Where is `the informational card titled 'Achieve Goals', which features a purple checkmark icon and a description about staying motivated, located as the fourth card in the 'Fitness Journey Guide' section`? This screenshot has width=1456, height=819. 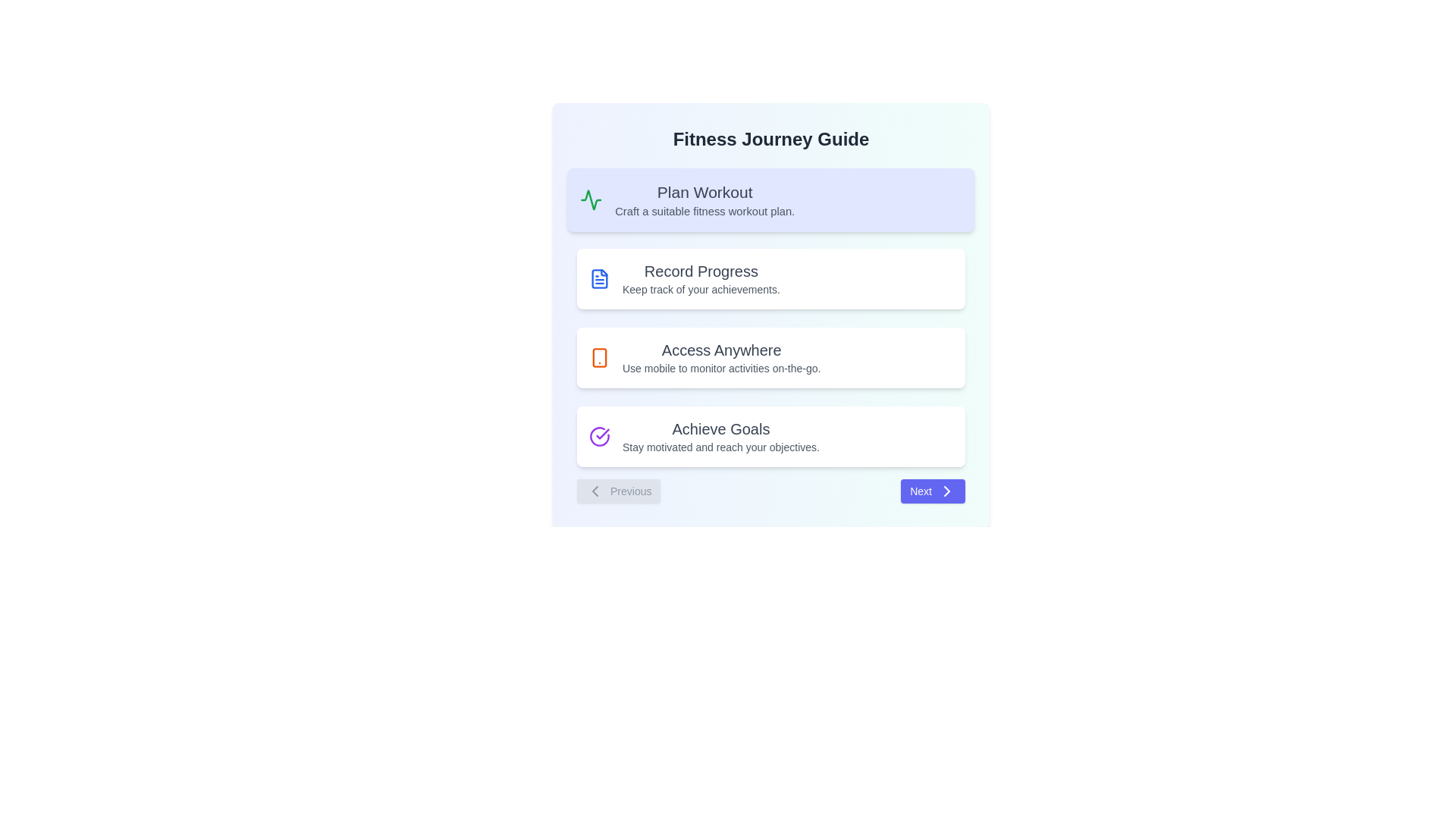
the informational card titled 'Achieve Goals', which features a purple checkmark icon and a description about staying motivated, located as the fourth card in the 'Fitness Journey Guide' section is located at coordinates (771, 436).